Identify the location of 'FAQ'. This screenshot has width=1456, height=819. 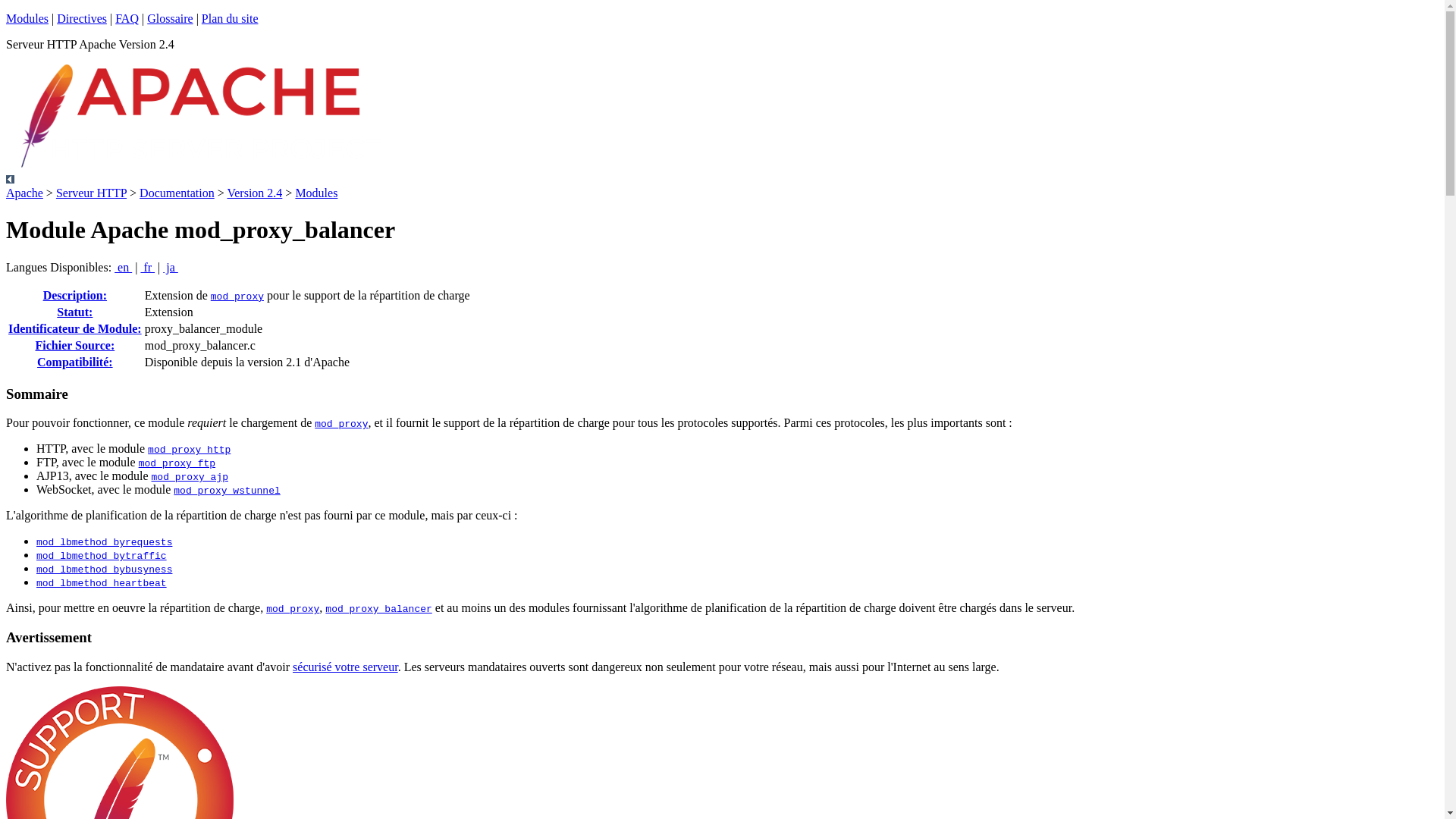
(127, 18).